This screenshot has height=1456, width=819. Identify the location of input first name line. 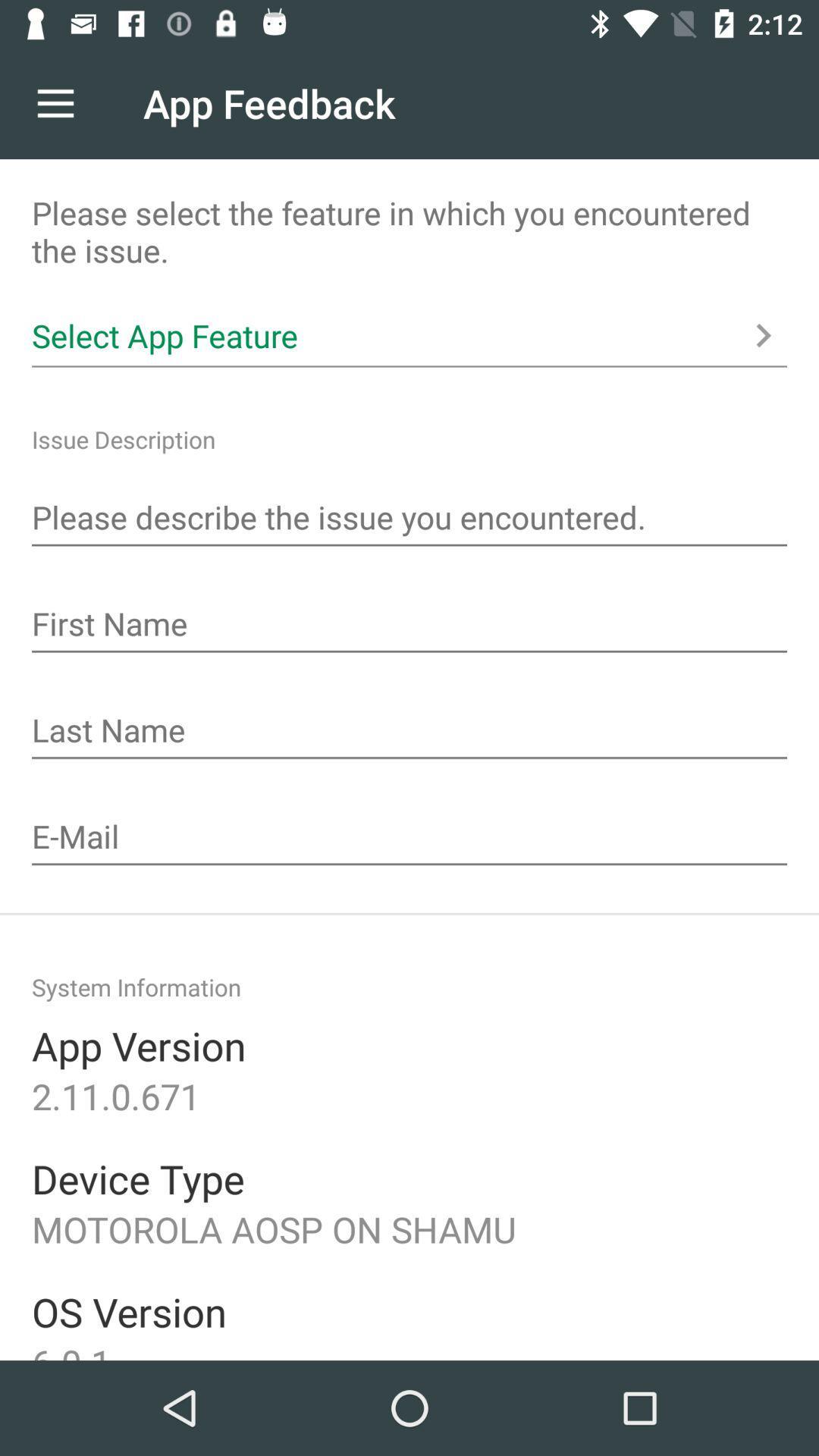
(409, 626).